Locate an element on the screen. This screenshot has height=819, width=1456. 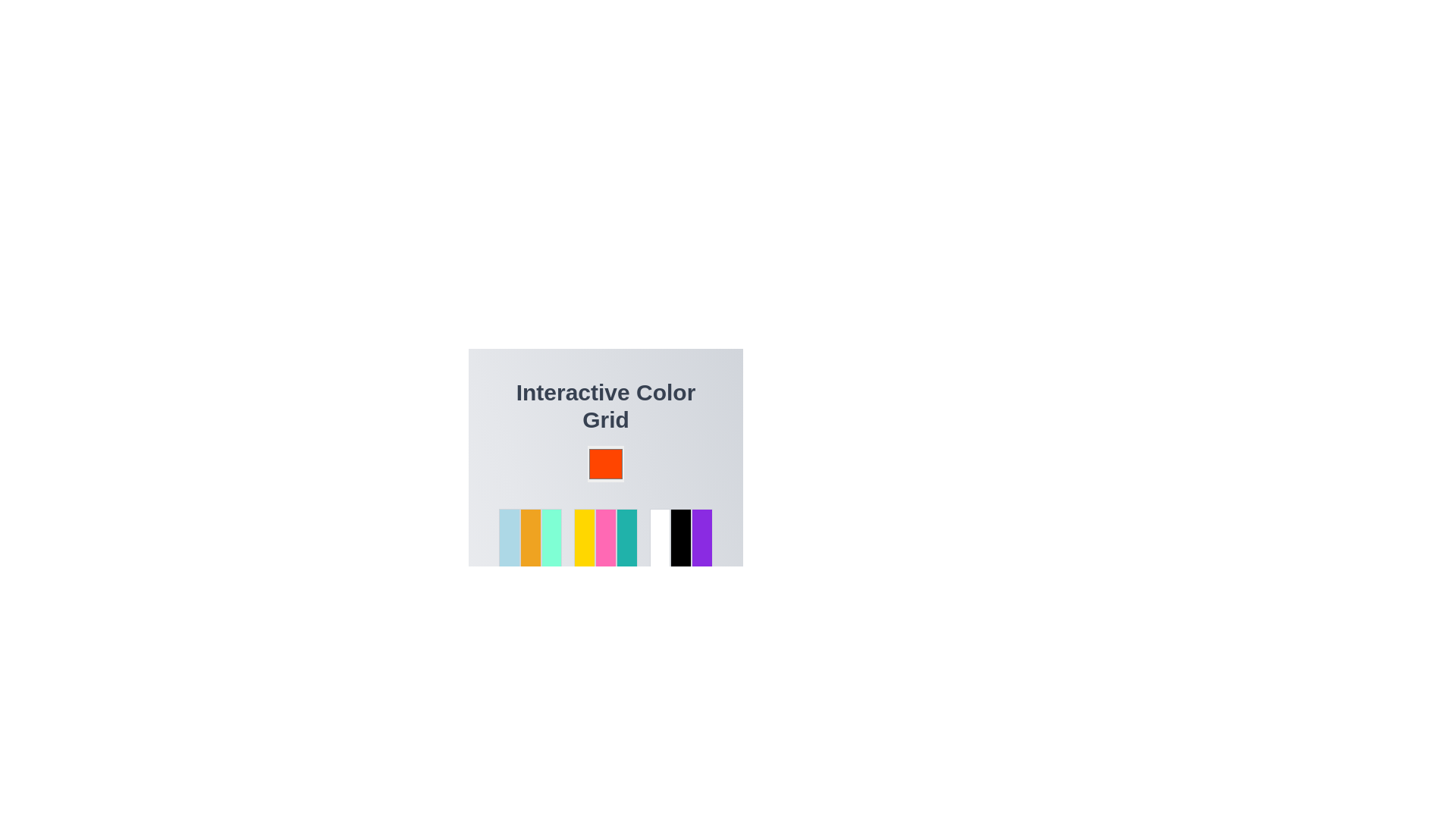
the Color selector located centrally below the title 'Interactive Color Grid' is located at coordinates (604, 463).